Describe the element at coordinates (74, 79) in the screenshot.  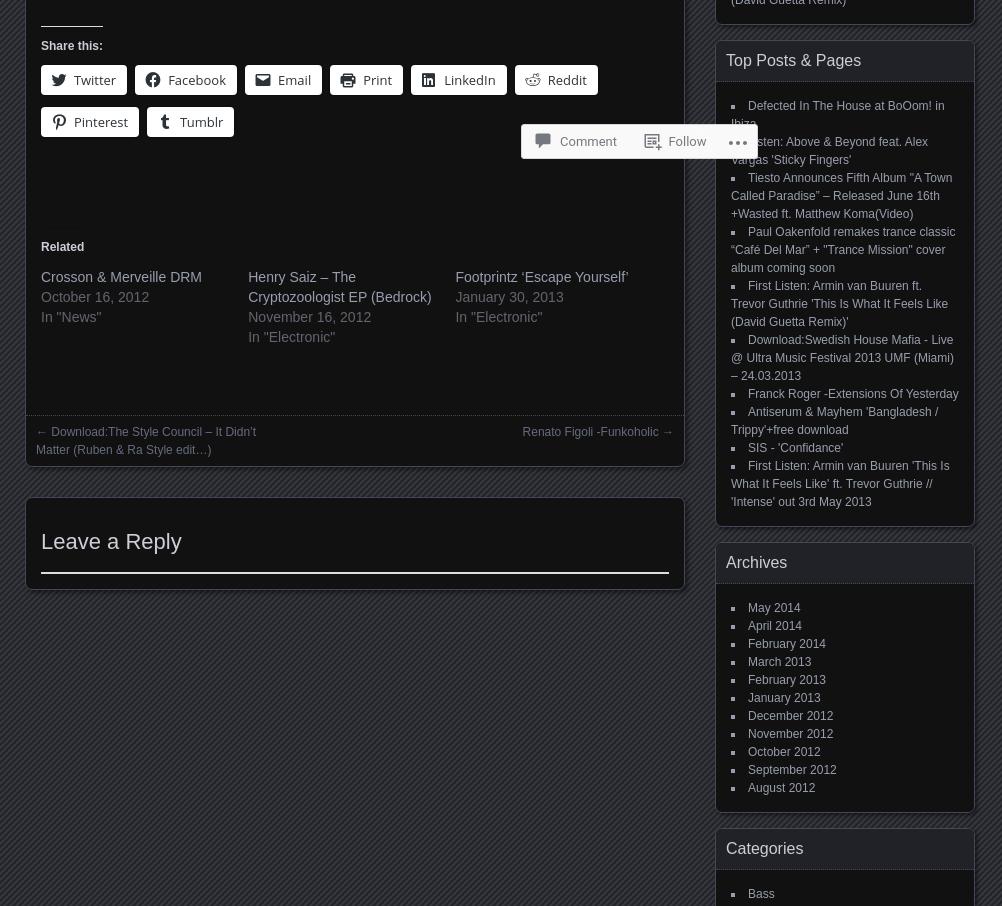
I see `'Twitter'` at that location.